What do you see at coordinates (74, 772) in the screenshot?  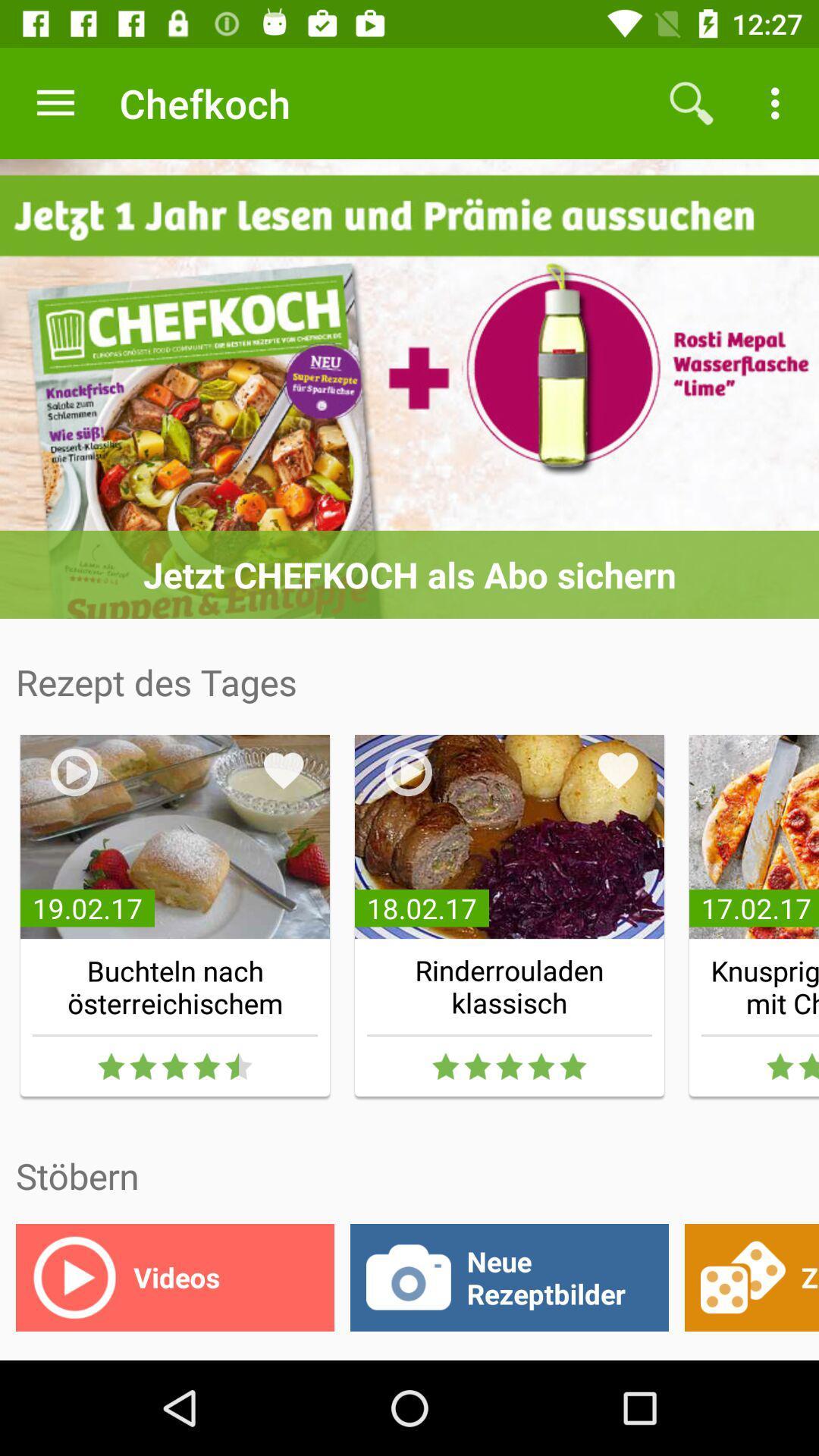 I see `the first play button of the page` at bounding box center [74, 772].